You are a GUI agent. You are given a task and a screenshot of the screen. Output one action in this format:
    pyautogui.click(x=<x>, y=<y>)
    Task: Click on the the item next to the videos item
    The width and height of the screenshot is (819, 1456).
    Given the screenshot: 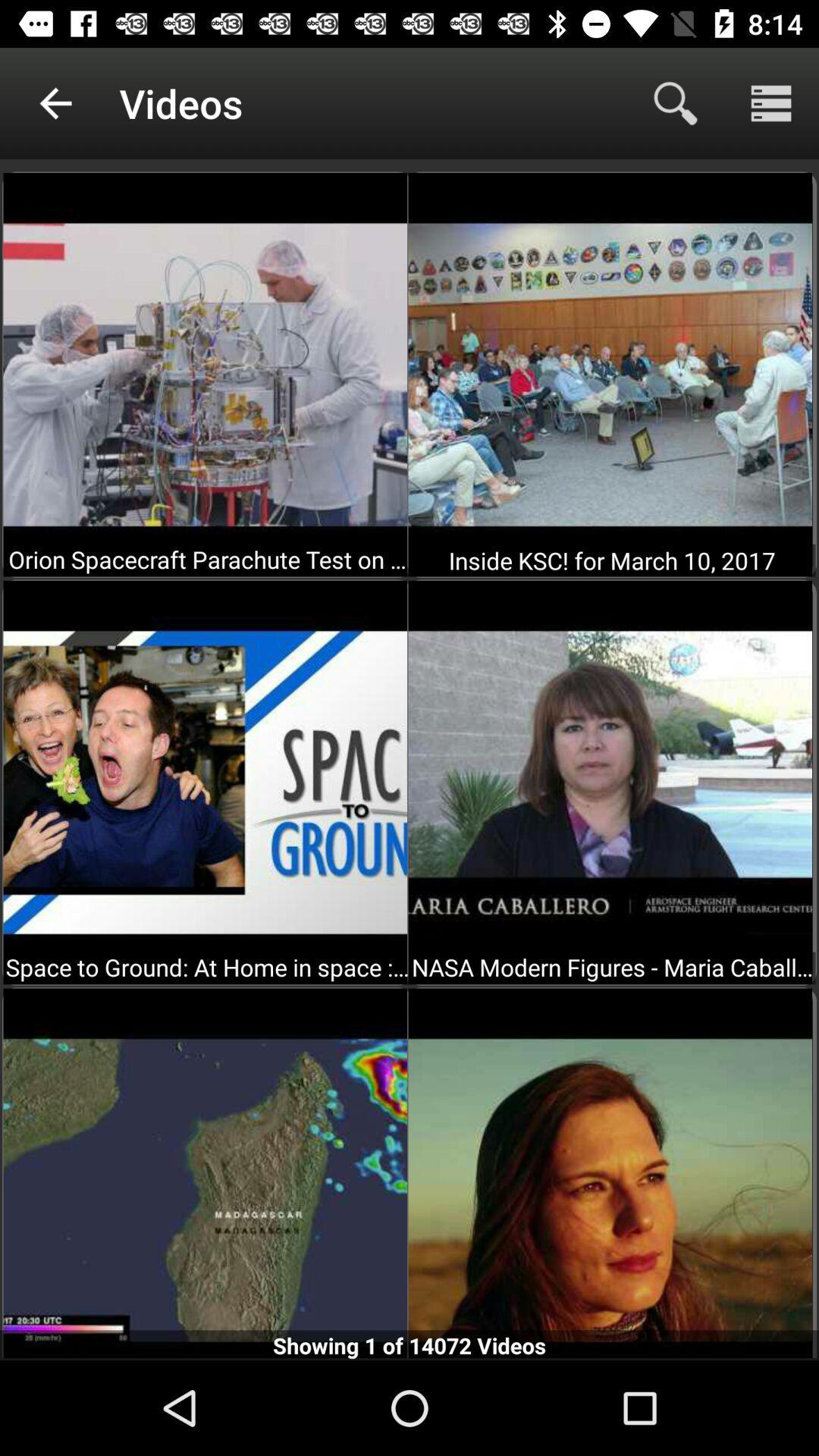 What is the action you would take?
    pyautogui.click(x=55, y=102)
    